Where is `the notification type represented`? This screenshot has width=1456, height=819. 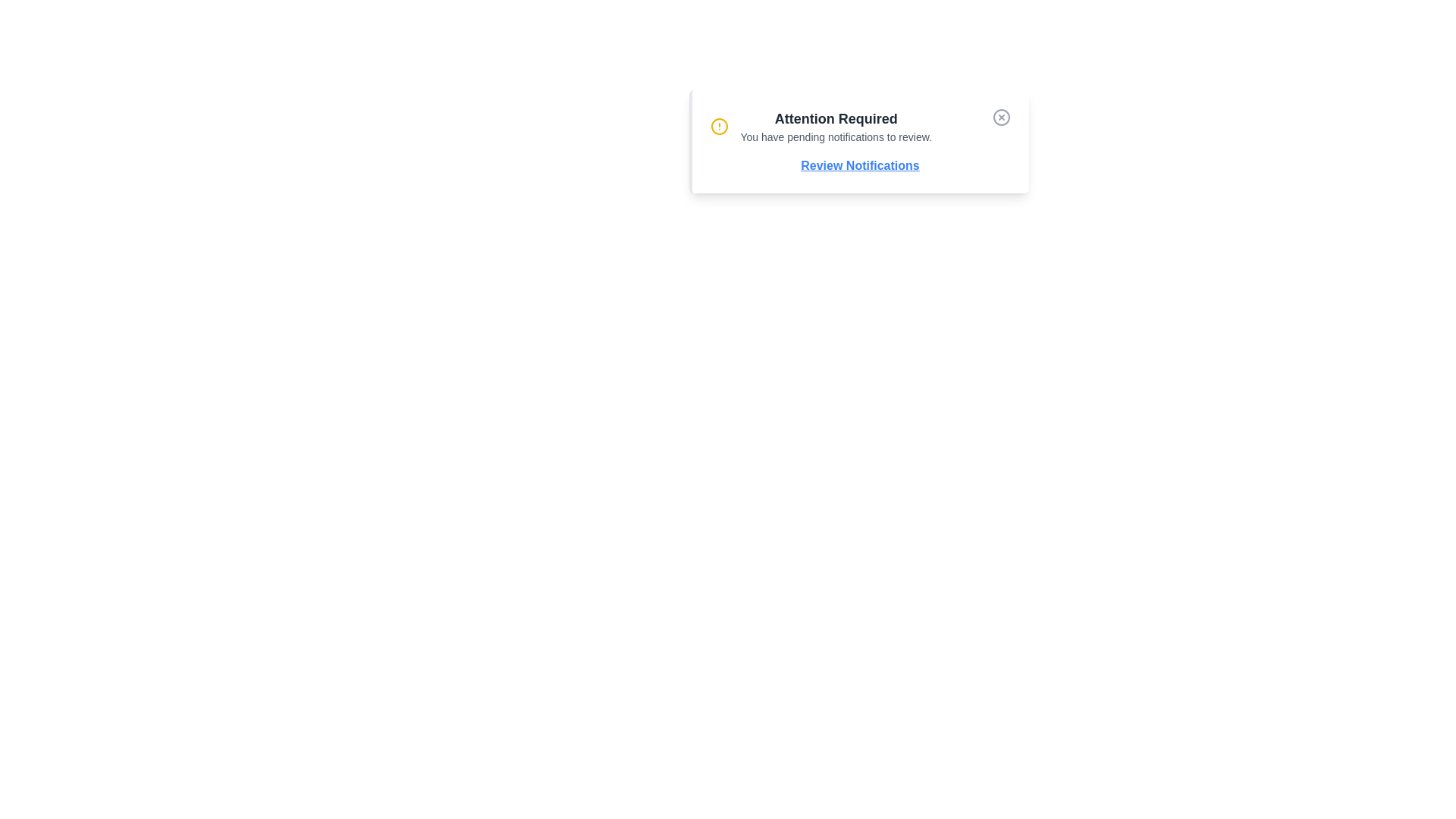
the notification type represented is located at coordinates (835, 118).